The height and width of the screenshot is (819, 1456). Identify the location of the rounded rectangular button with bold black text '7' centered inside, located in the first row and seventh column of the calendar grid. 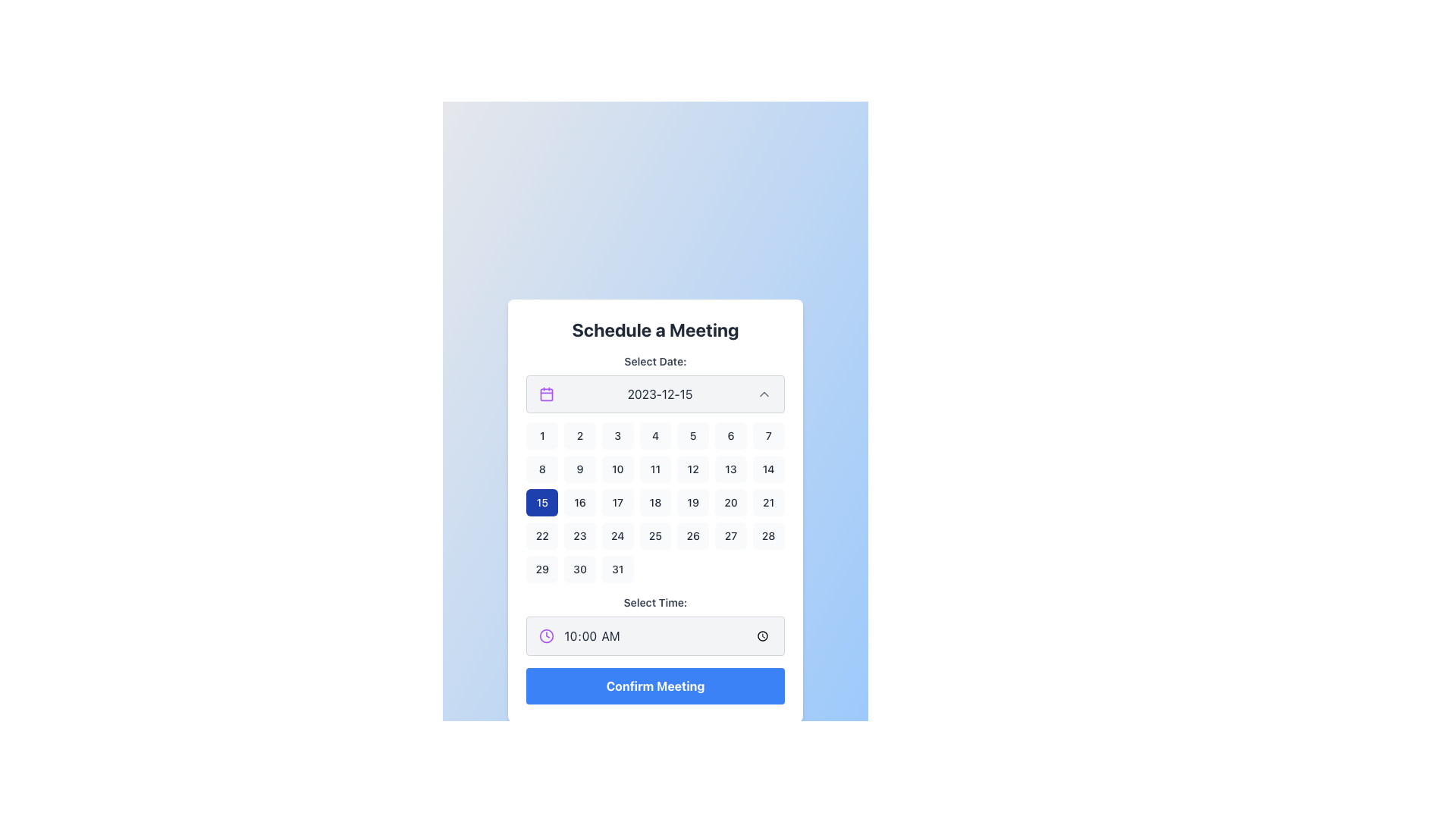
(768, 435).